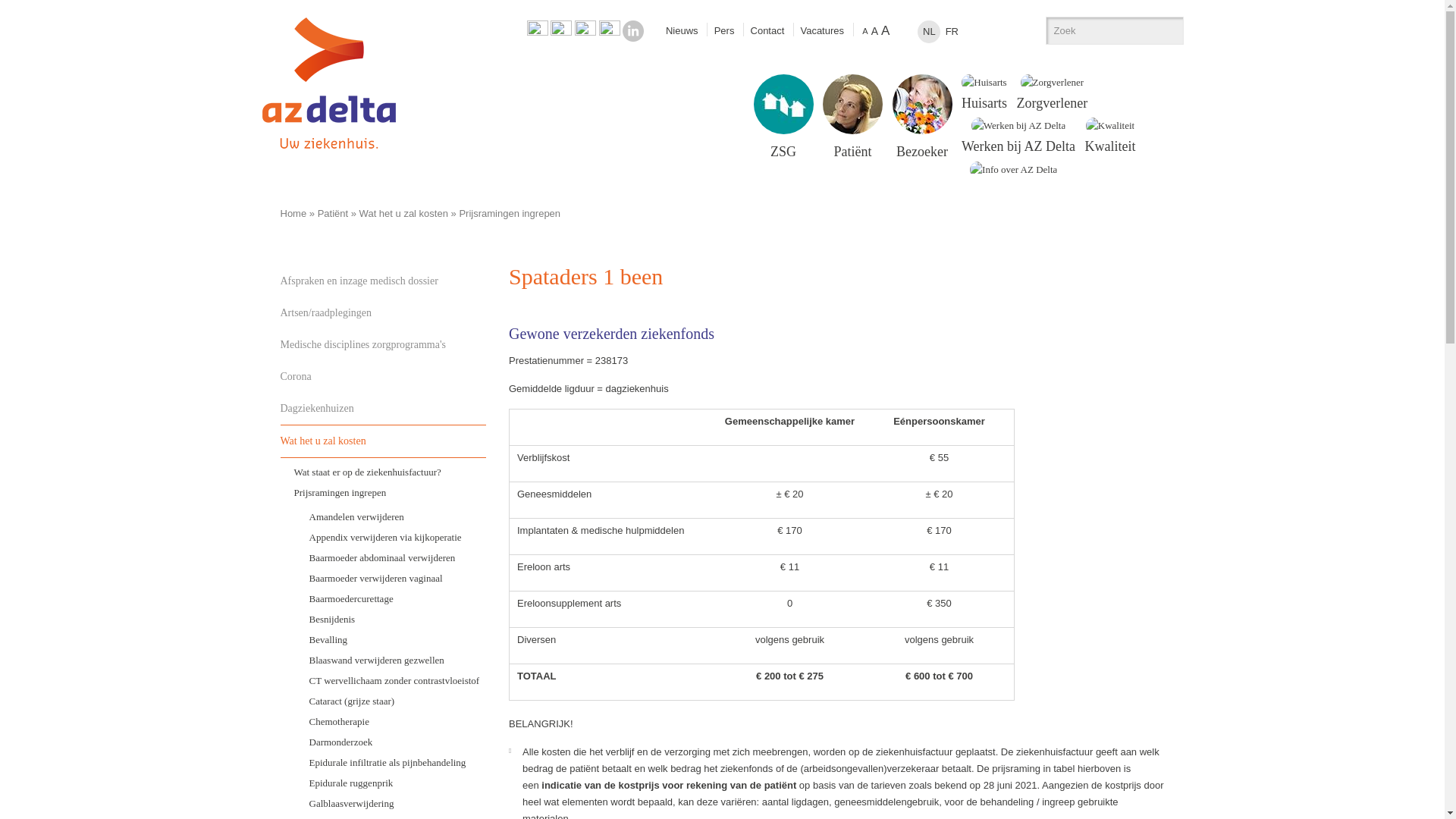 The width and height of the screenshot is (1456, 819). I want to click on 'FR', so click(950, 32).